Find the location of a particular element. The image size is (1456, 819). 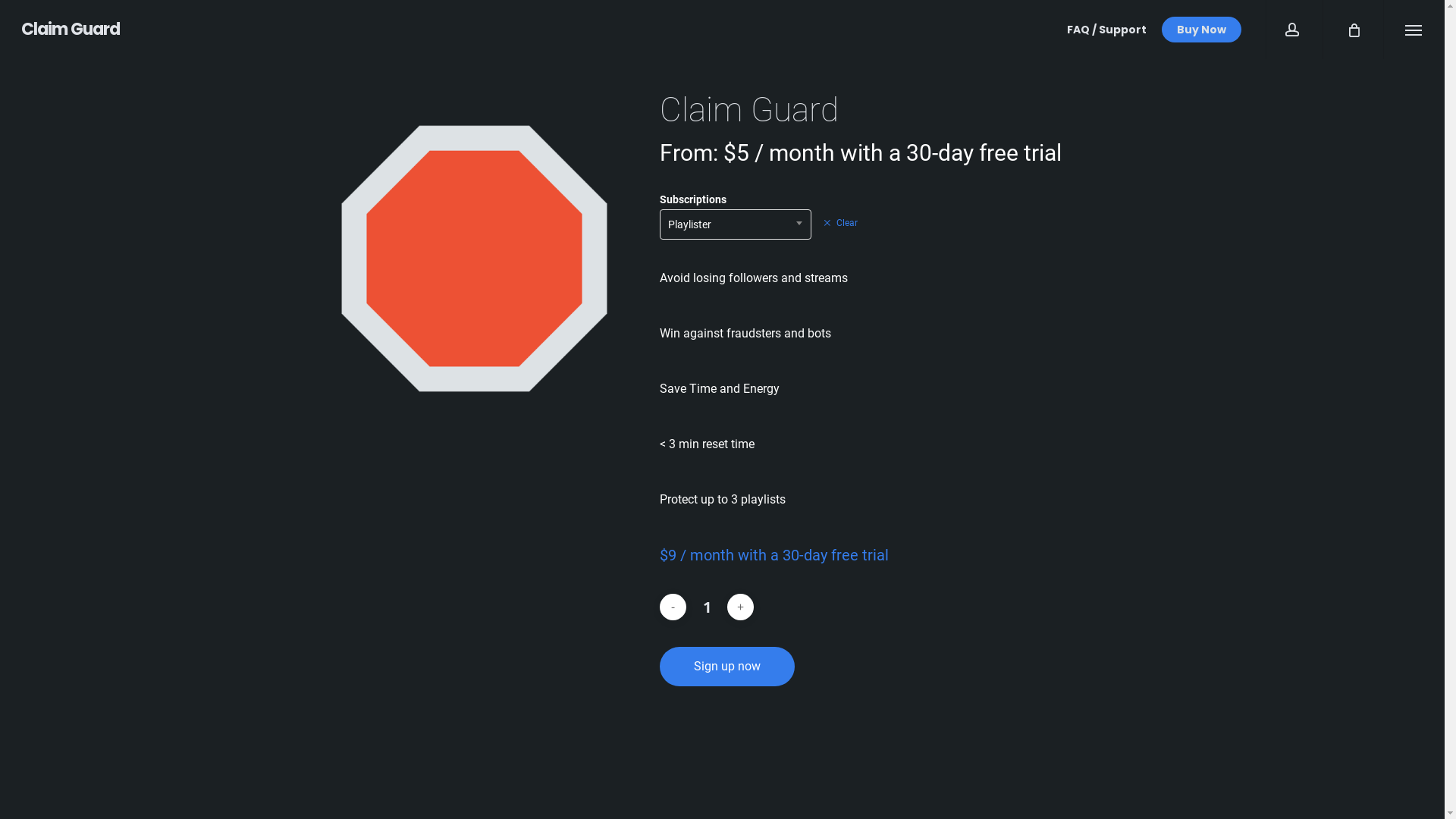

'account' is located at coordinates (1266, 29).